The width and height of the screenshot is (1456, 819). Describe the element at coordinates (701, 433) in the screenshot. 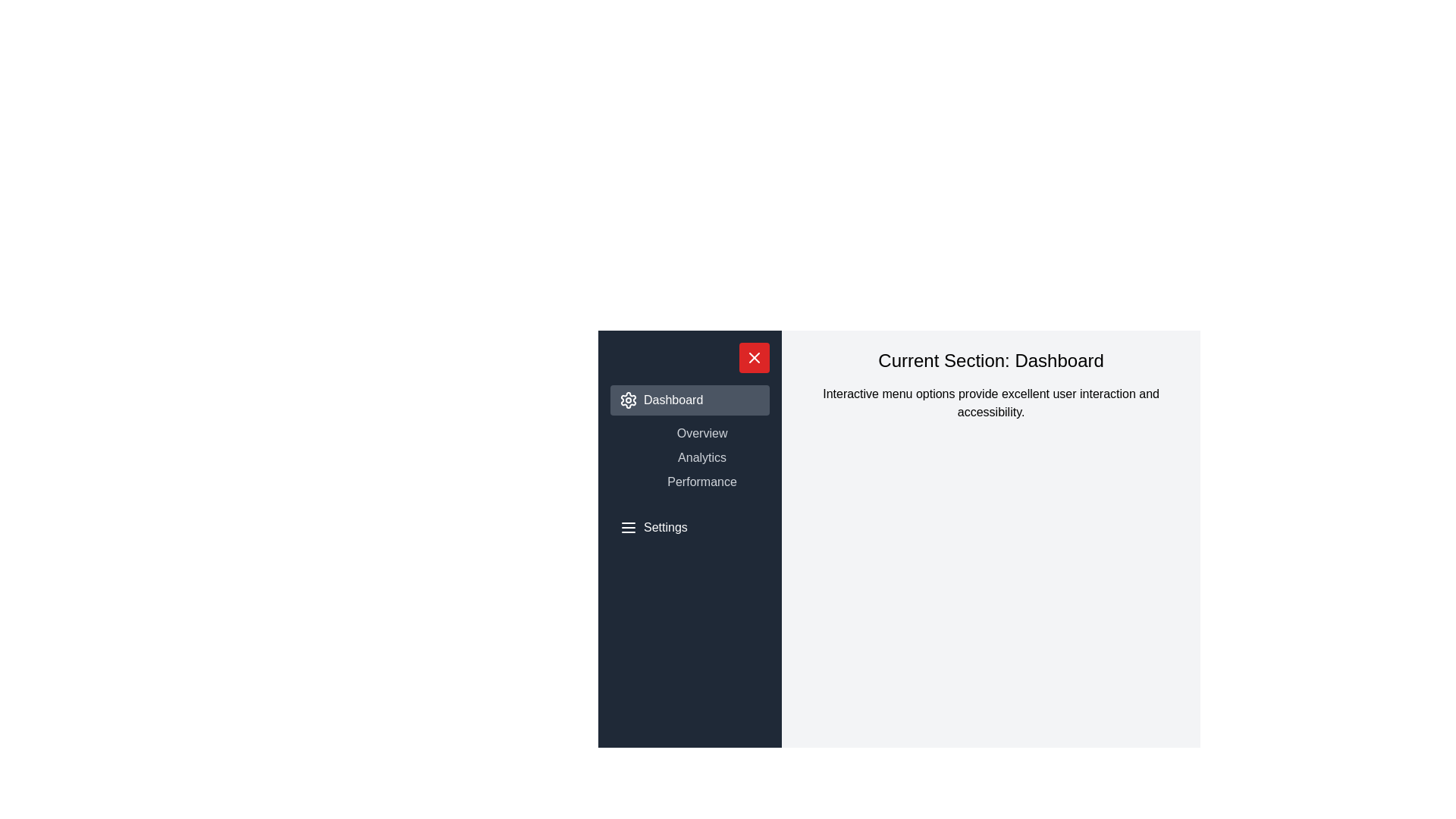

I see `the 'Overview' navigation option in the sidebar menu to change its color for a visual cue` at that location.